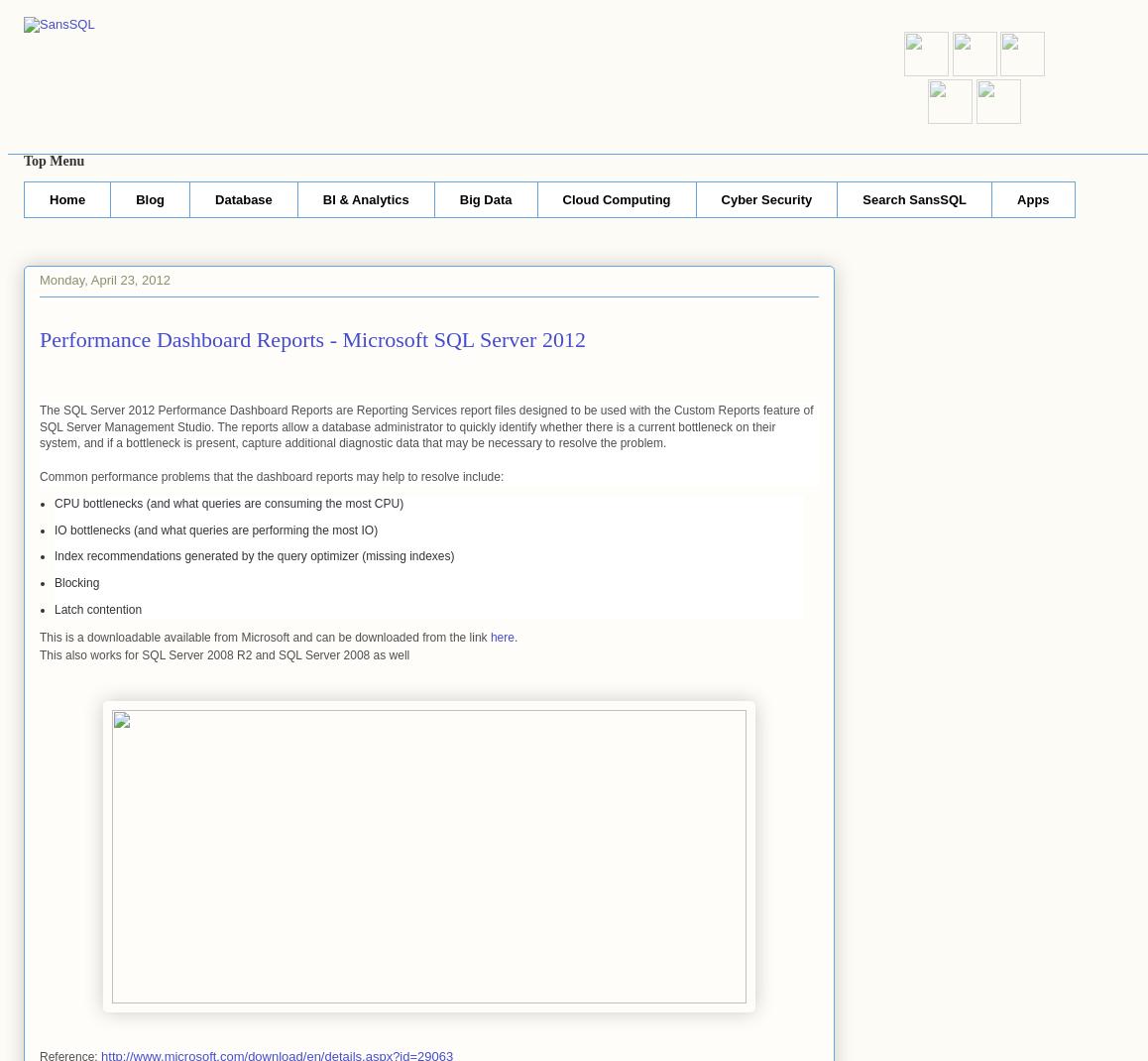 This screenshot has height=1061, width=1148. I want to click on 'Common performance problems that the dashboard reports may help to resolve include:', so click(270, 476).